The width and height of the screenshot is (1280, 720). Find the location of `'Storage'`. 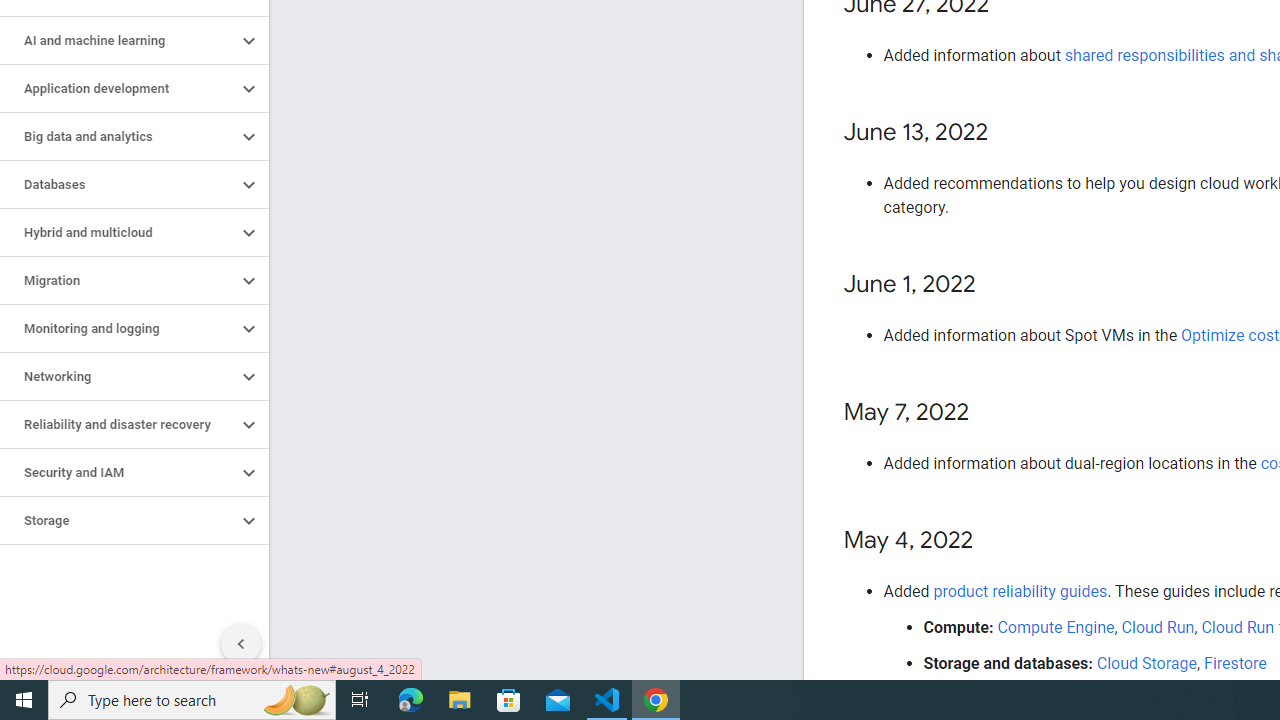

'Storage' is located at coordinates (117, 519).